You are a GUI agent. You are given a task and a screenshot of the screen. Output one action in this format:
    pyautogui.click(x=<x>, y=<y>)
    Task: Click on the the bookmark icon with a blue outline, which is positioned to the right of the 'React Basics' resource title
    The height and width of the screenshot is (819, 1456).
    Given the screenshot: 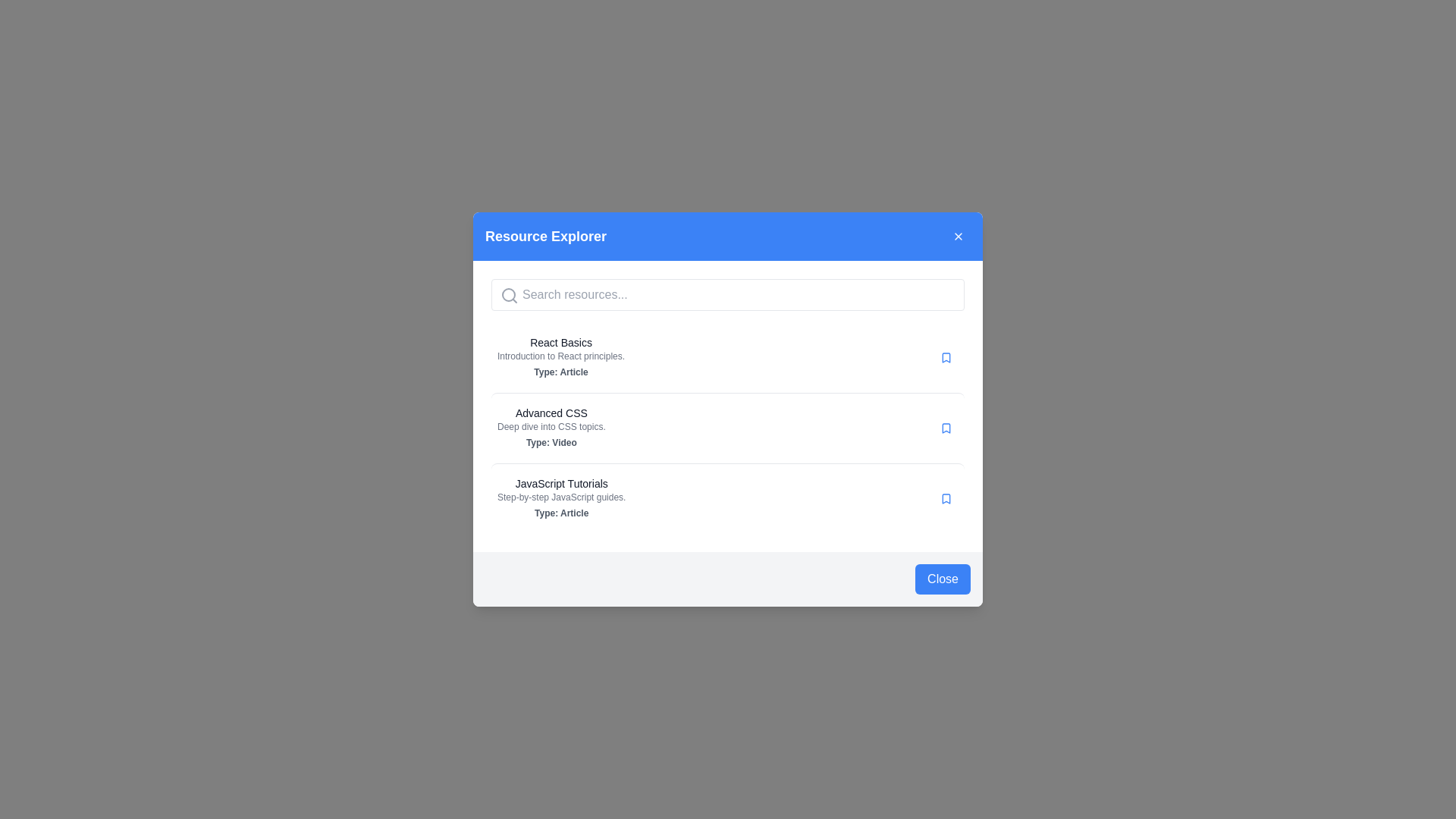 What is the action you would take?
    pyautogui.click(x=946, y=357)
    